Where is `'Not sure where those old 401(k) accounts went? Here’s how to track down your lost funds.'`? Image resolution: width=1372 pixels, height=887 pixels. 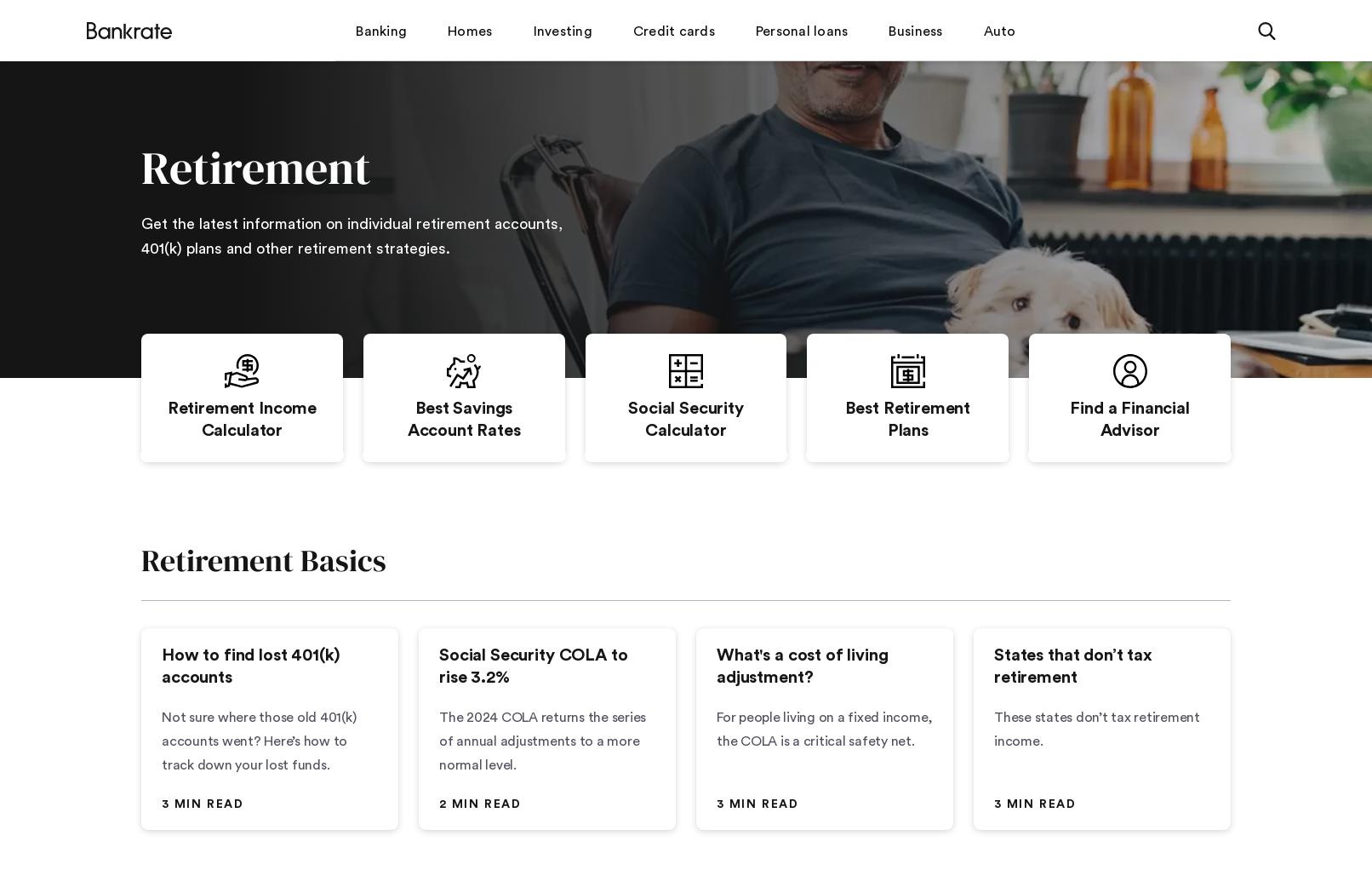 'Not sure where those old 401(k) accounts went? Here’s how to track down your lost funds.' is located at coordinates (259, 741).